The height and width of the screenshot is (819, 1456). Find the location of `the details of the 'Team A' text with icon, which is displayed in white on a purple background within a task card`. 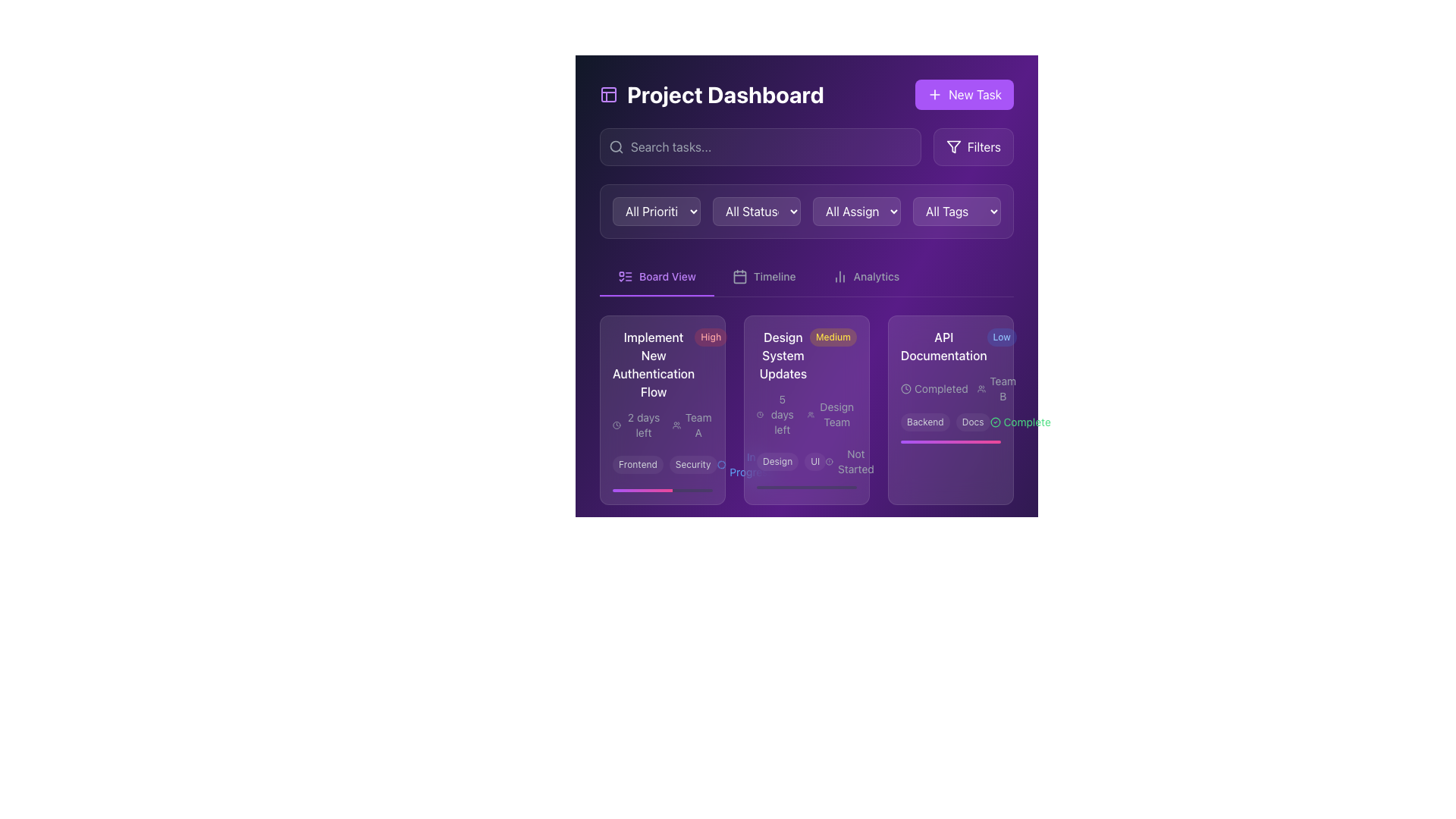

the details of the 'Team A' text with icon, which is displayed in white on a purple background within a task card is located at coordinates (692, 425).